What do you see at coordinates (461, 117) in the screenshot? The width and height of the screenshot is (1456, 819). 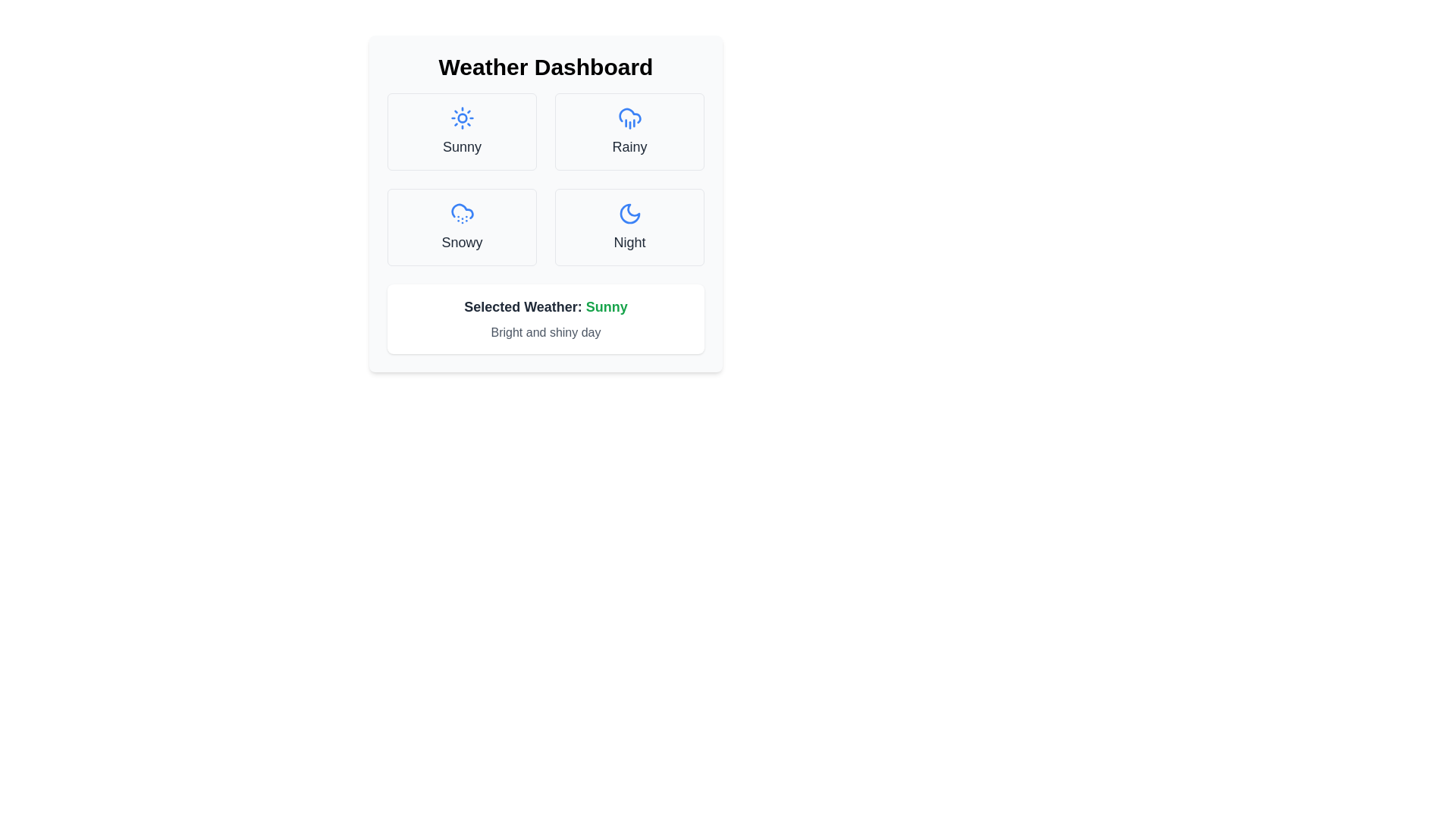 I see `the core circle of the sun icon in the top-left box labeled 'Sunny' on the weather interface` at bounding box center [461, 117].